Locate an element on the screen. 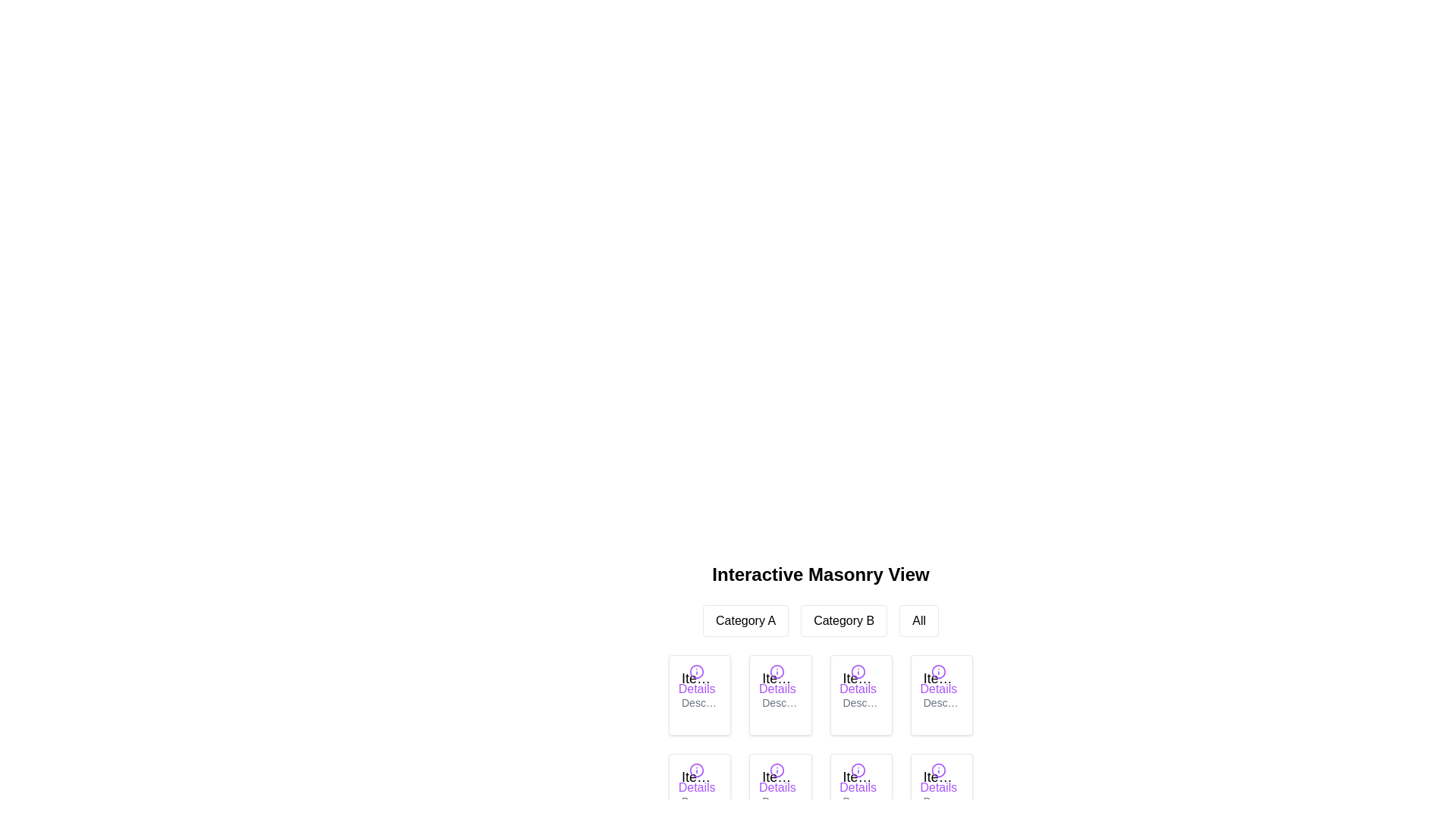 The image size is (1456, 819). the largest circle in the SVG icon located in the second row, fourth column, which serves as a background or significant part of the icon is located at coordinates (777, 770).